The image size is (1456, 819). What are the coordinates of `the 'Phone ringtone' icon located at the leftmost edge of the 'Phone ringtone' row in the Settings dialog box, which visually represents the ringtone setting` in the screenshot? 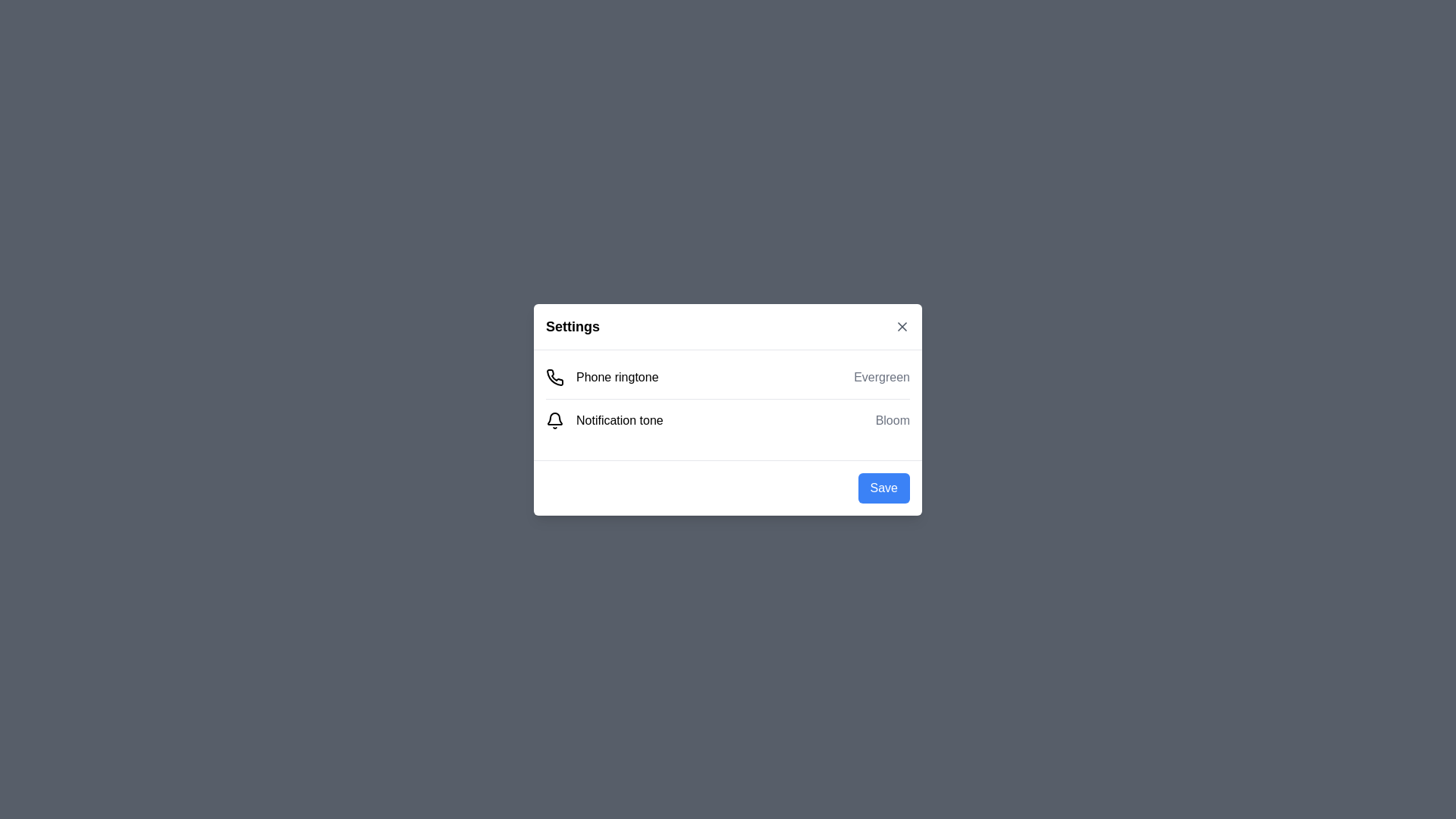 It's located at (554, 376).